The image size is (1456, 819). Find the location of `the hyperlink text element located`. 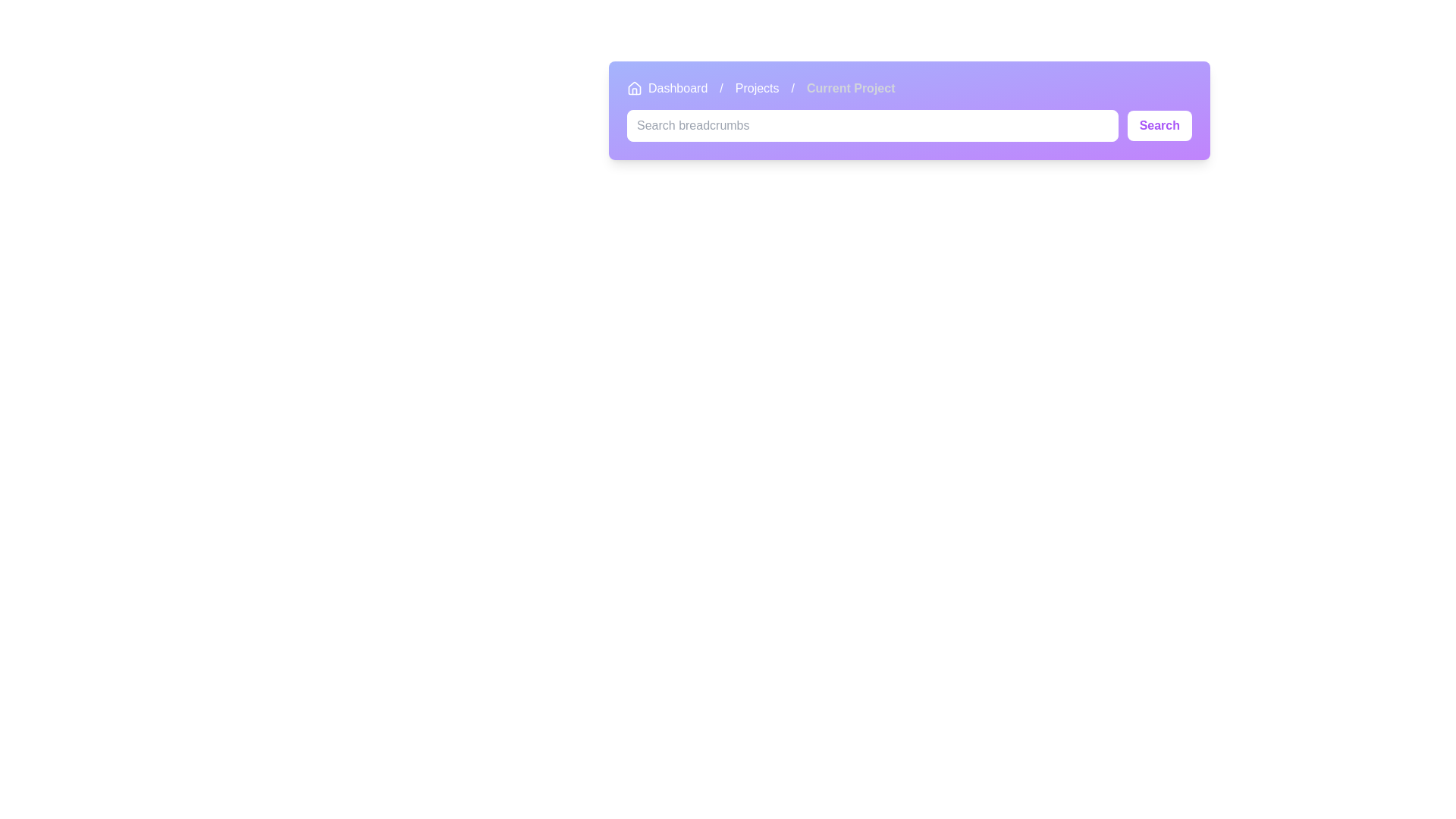

the hyperlink text element located is located at coordinates (676, 88).